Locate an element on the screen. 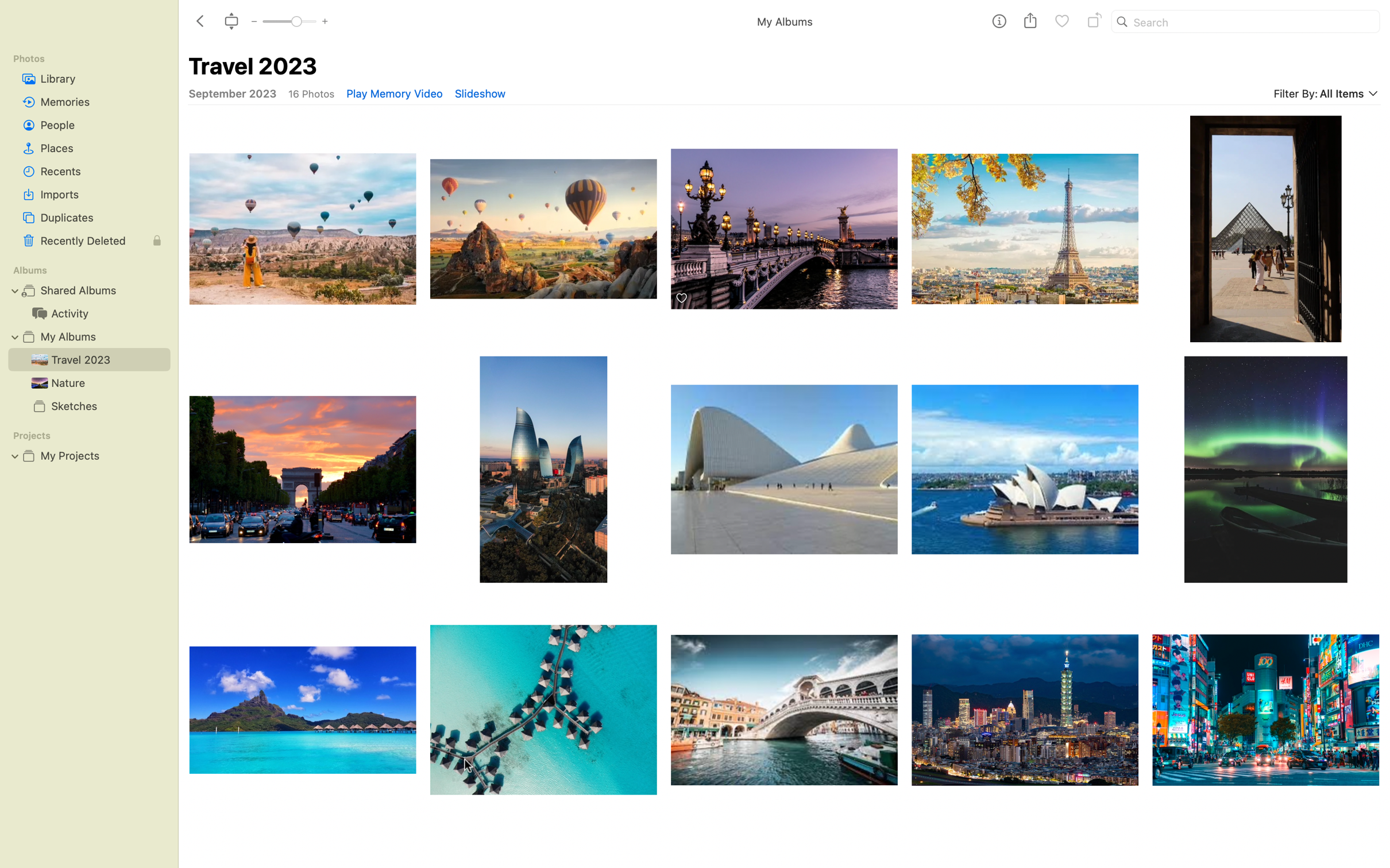 This screenshot has height=868, width=1390. the image featuring the Louvre is located at coordinates (1265, 226).